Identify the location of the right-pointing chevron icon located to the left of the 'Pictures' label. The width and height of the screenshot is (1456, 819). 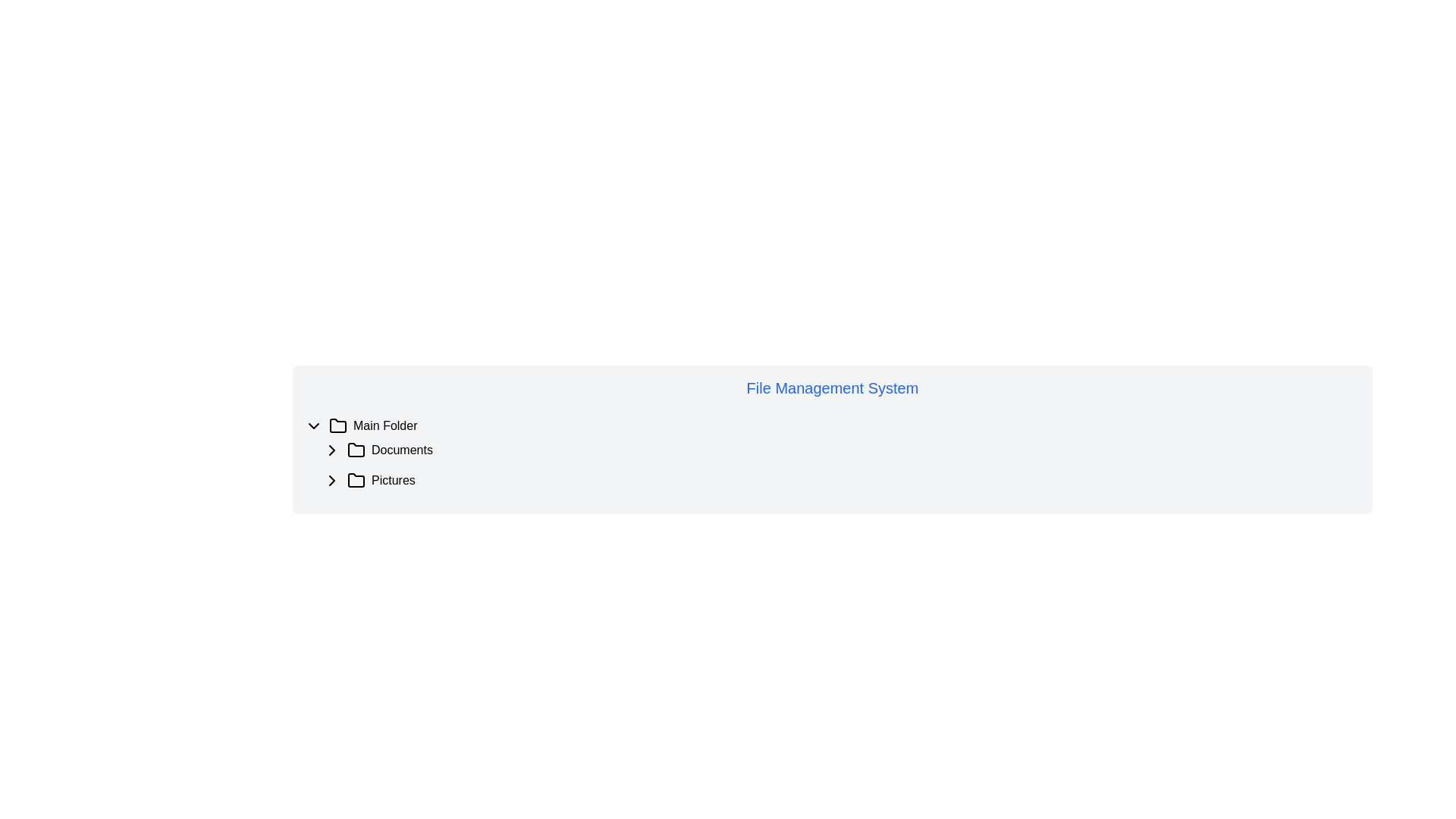
(331, 480).